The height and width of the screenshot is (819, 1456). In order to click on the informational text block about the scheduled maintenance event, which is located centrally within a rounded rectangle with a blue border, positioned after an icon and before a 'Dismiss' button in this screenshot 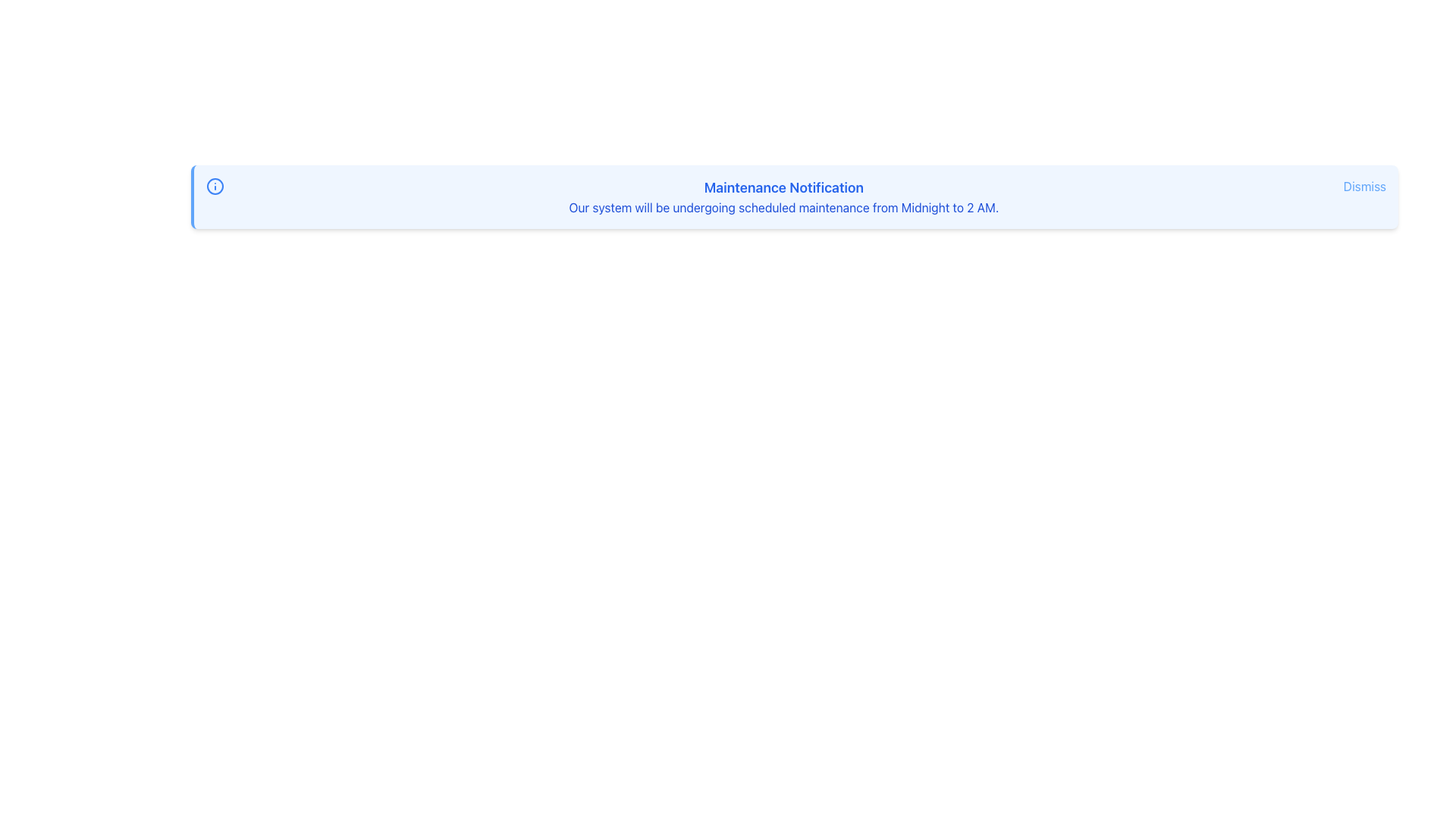, I will do `click(783, 196)`.